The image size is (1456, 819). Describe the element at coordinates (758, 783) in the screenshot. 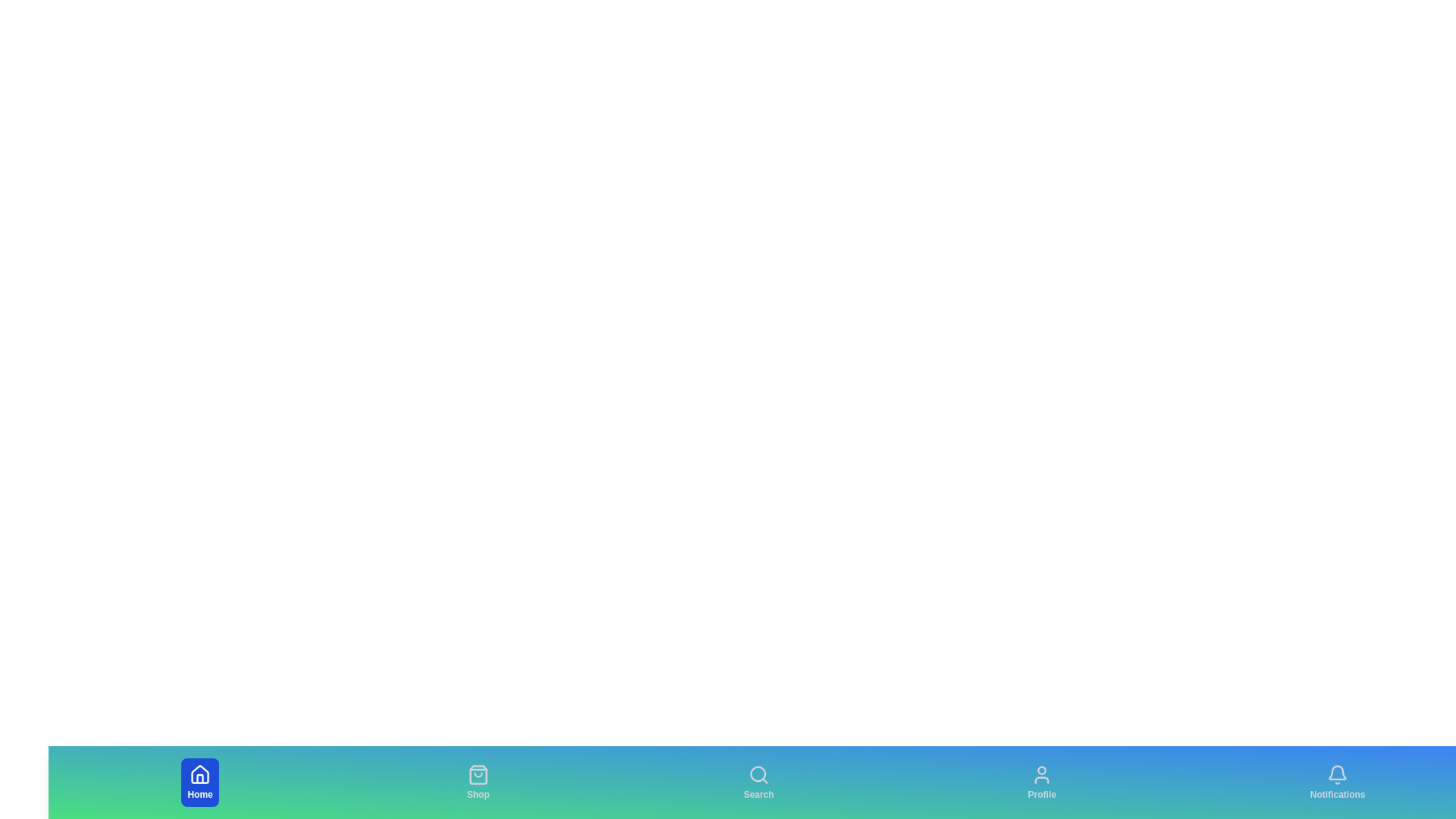

I see `the Search tab to view its hover effects` at that location.